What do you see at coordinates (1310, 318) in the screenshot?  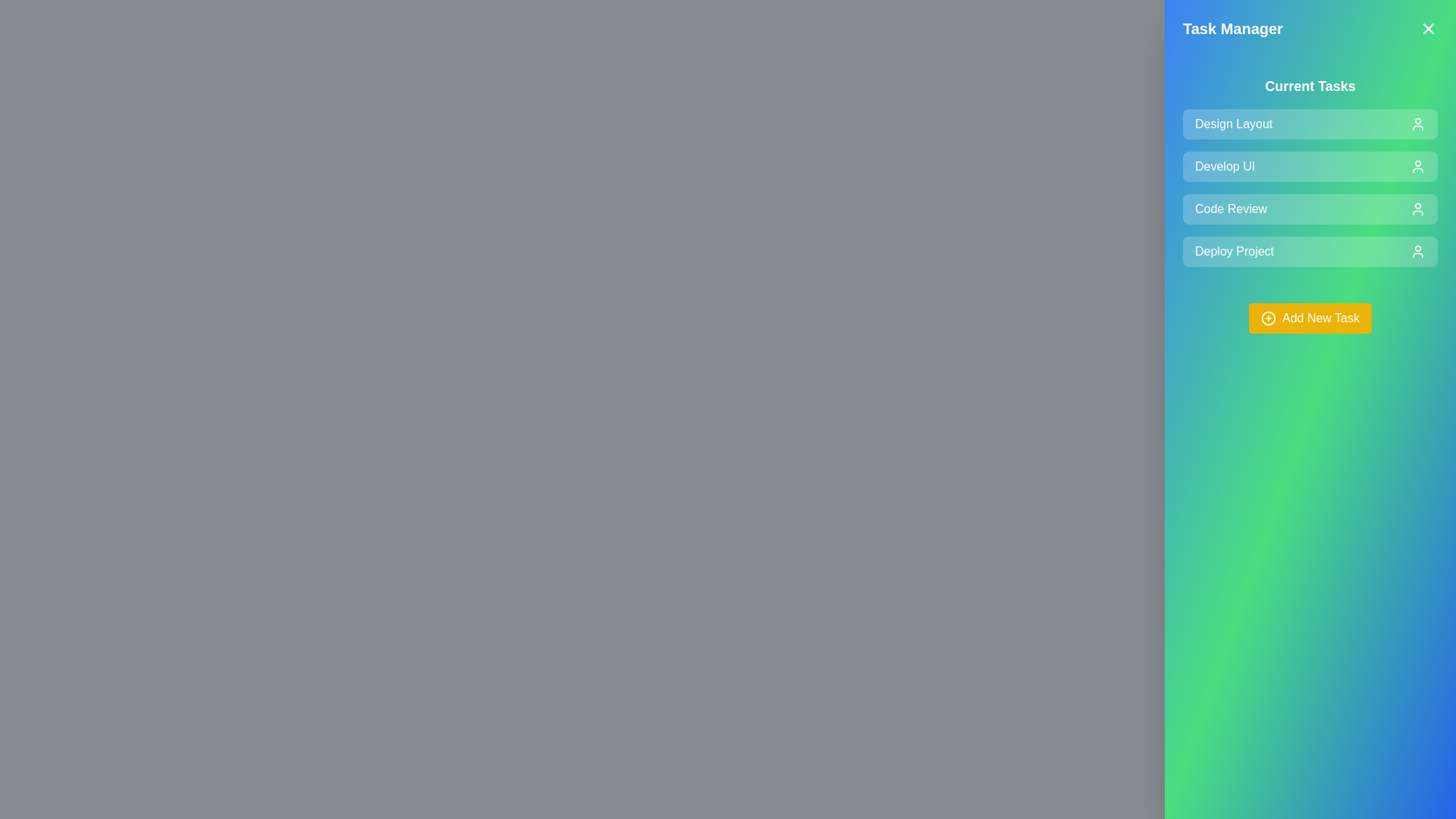 I see `the 'Add New Task' button, which is a vibrant yellow button with a white plus icon and text, located at the bottom of the task manager panel` at bounding box center [1310, 318].